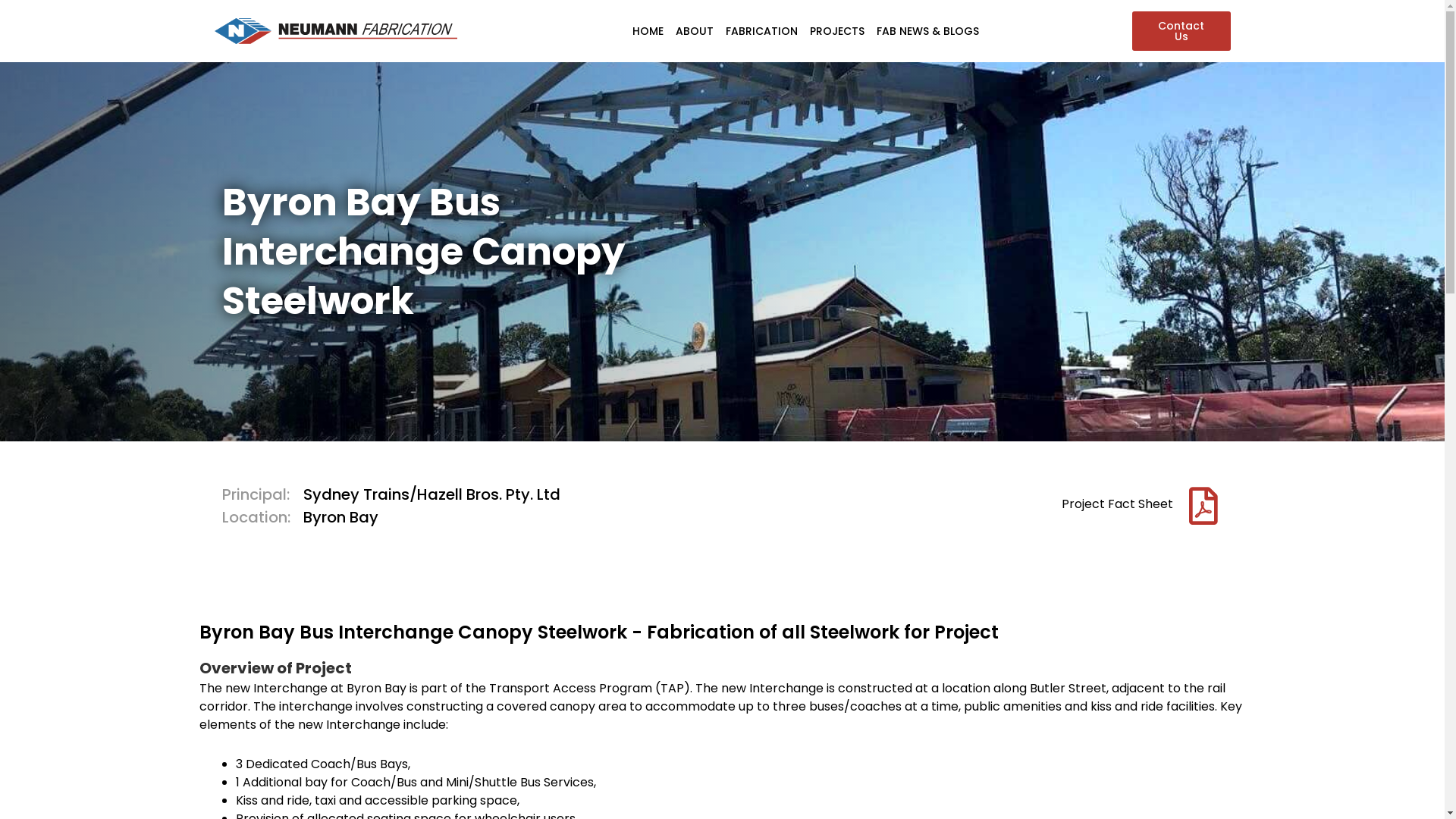 This screenshot has height=819, width=1456. I want to click on 'FAB NEWS & BLOGS', so click(927, 31).